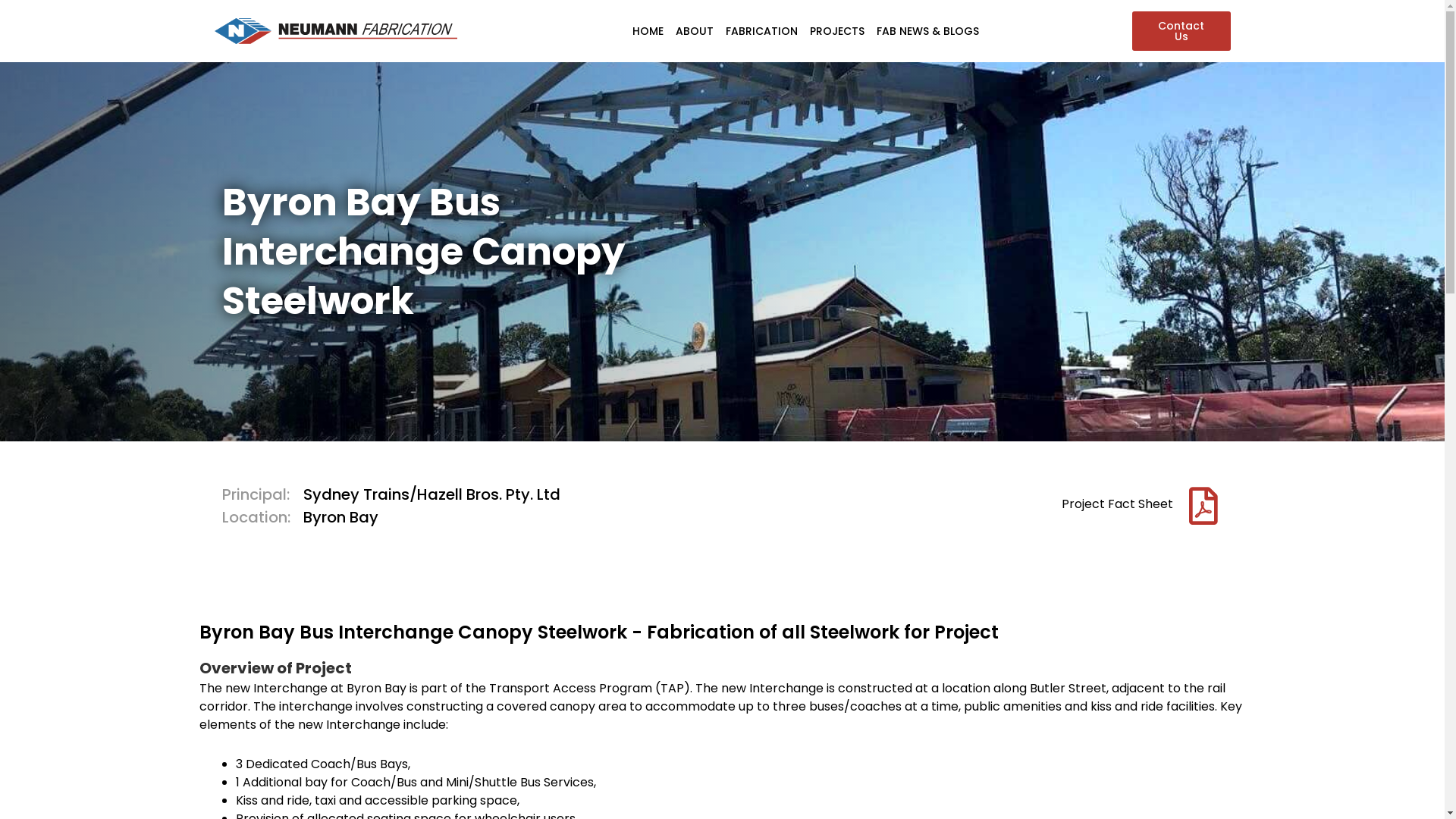 This screenshot has height=819, width=1456. I want to click on 'FAB NEWS & BLOGS', so click(927, 31).